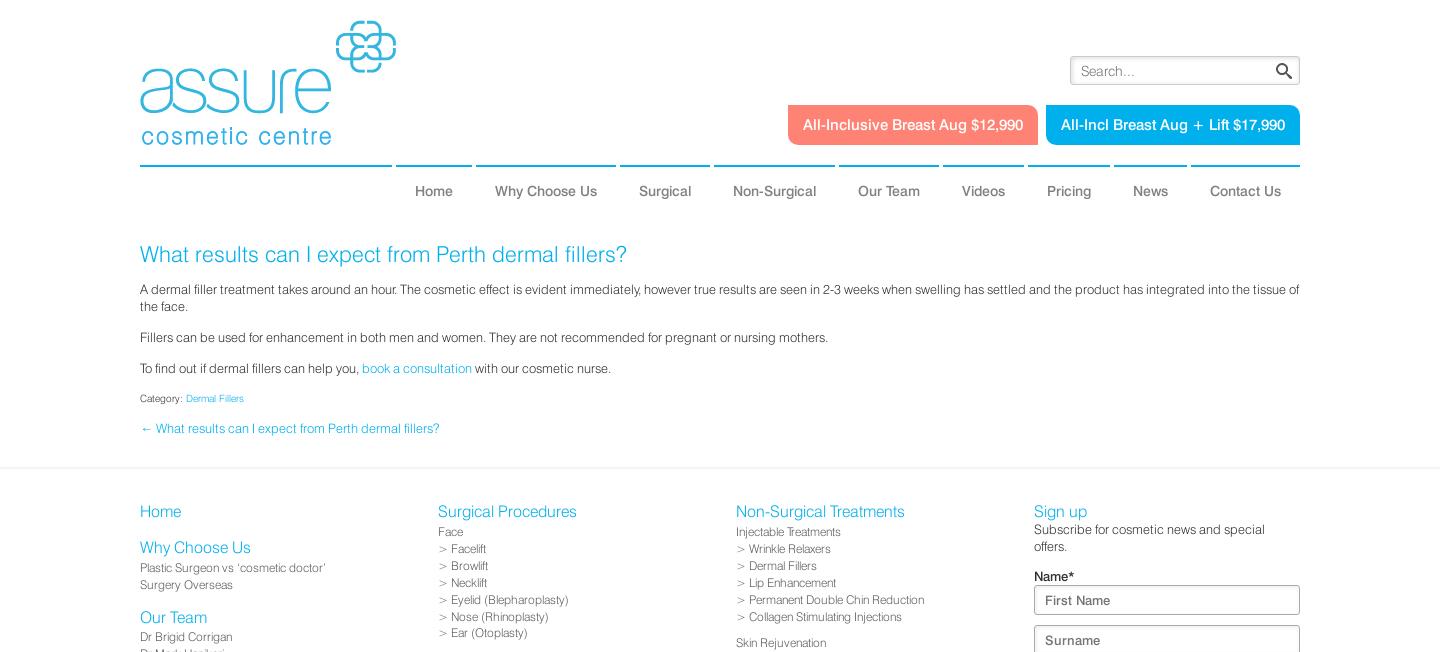 The image size is (1440, 652). I want to click on 'Surgical', so click(637, 189).